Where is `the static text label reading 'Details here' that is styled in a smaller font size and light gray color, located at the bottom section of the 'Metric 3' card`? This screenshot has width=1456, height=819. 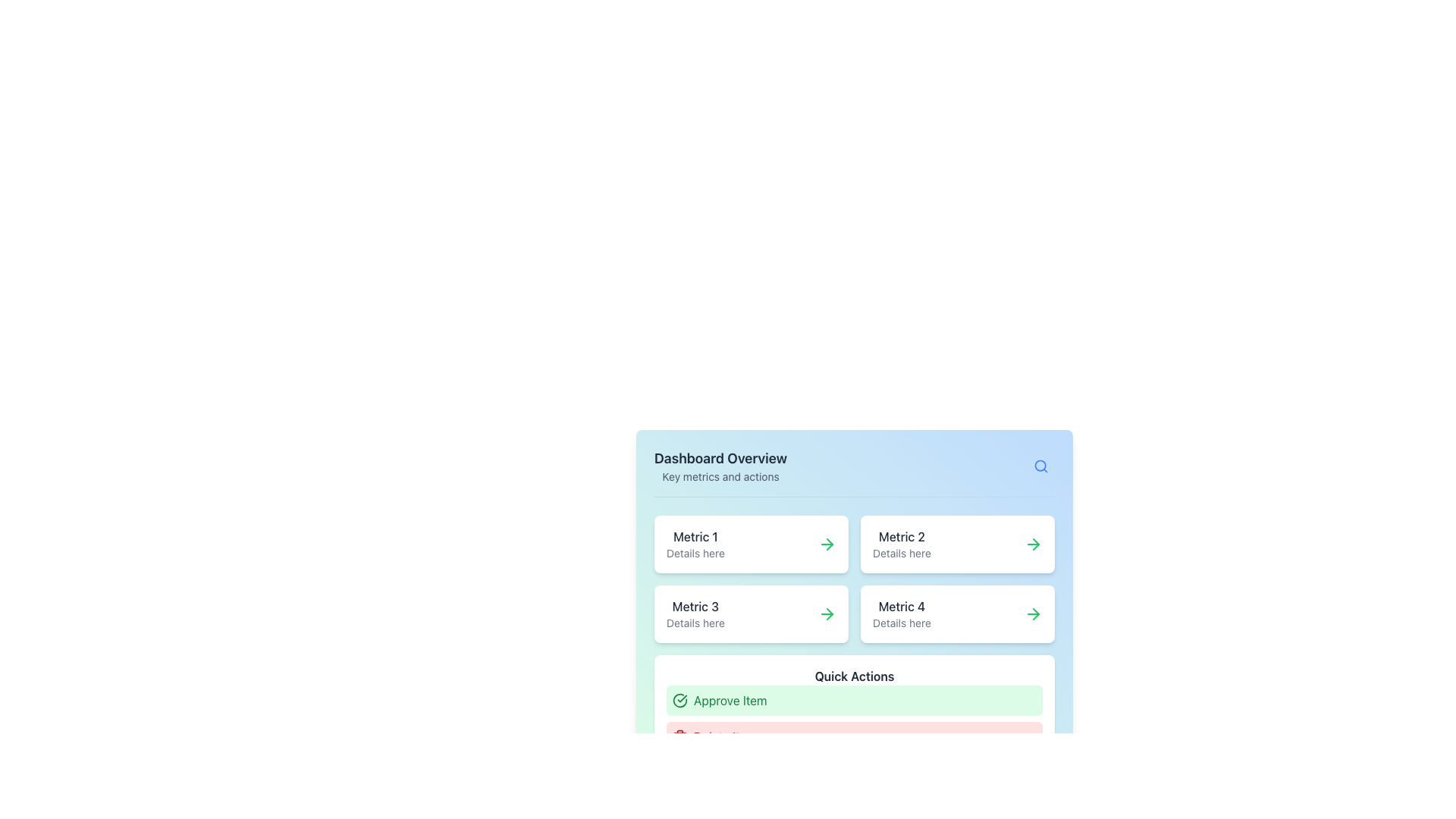 the static text label reading 'Details here' that is styled in a smaller font size and light gray color, located at the bottom section of the 'Metric 3' card is located at coordinates (695, 623).